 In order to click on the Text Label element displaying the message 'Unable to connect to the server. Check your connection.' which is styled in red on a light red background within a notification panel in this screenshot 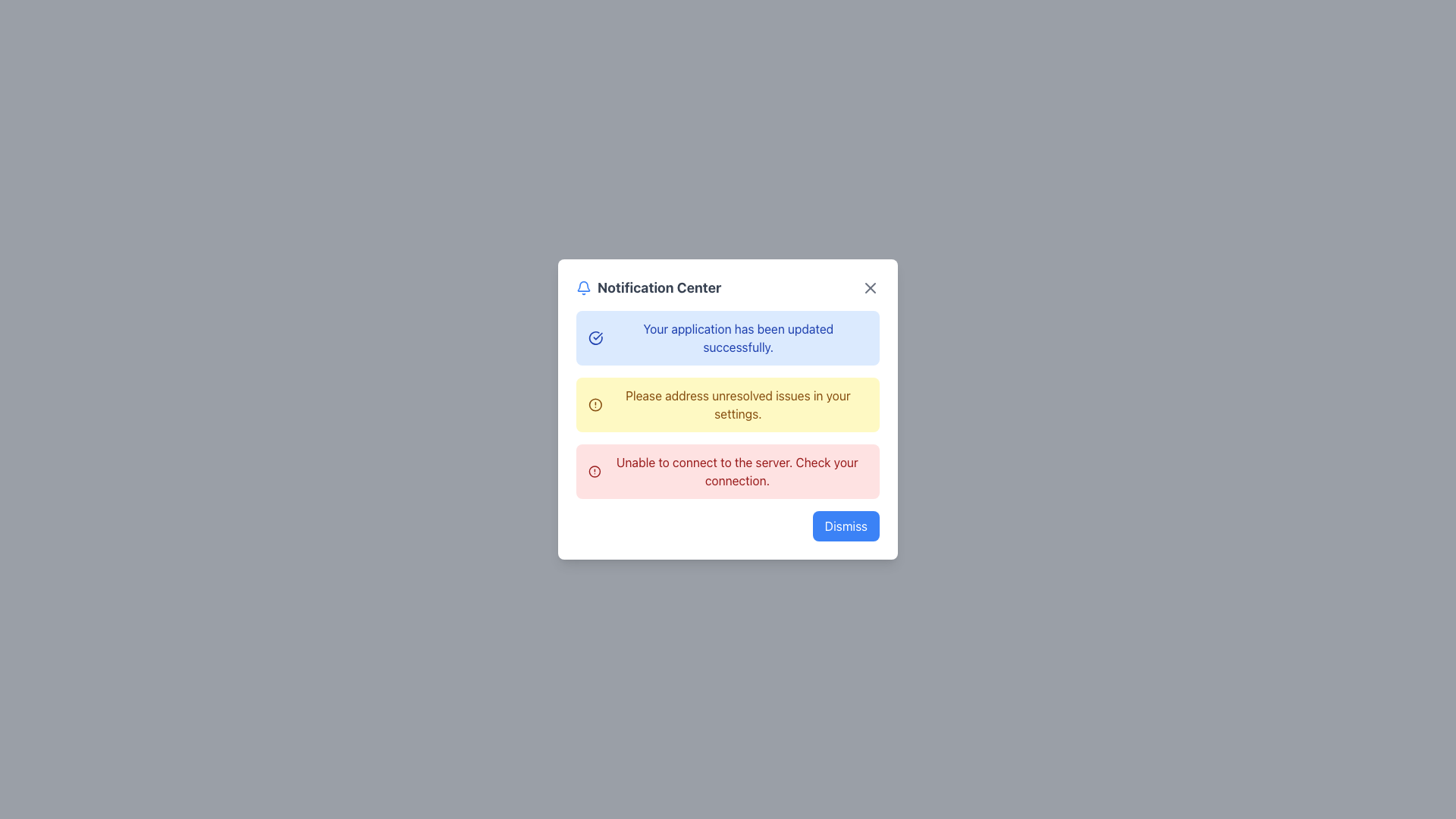, I will do `click(737, 470)`.